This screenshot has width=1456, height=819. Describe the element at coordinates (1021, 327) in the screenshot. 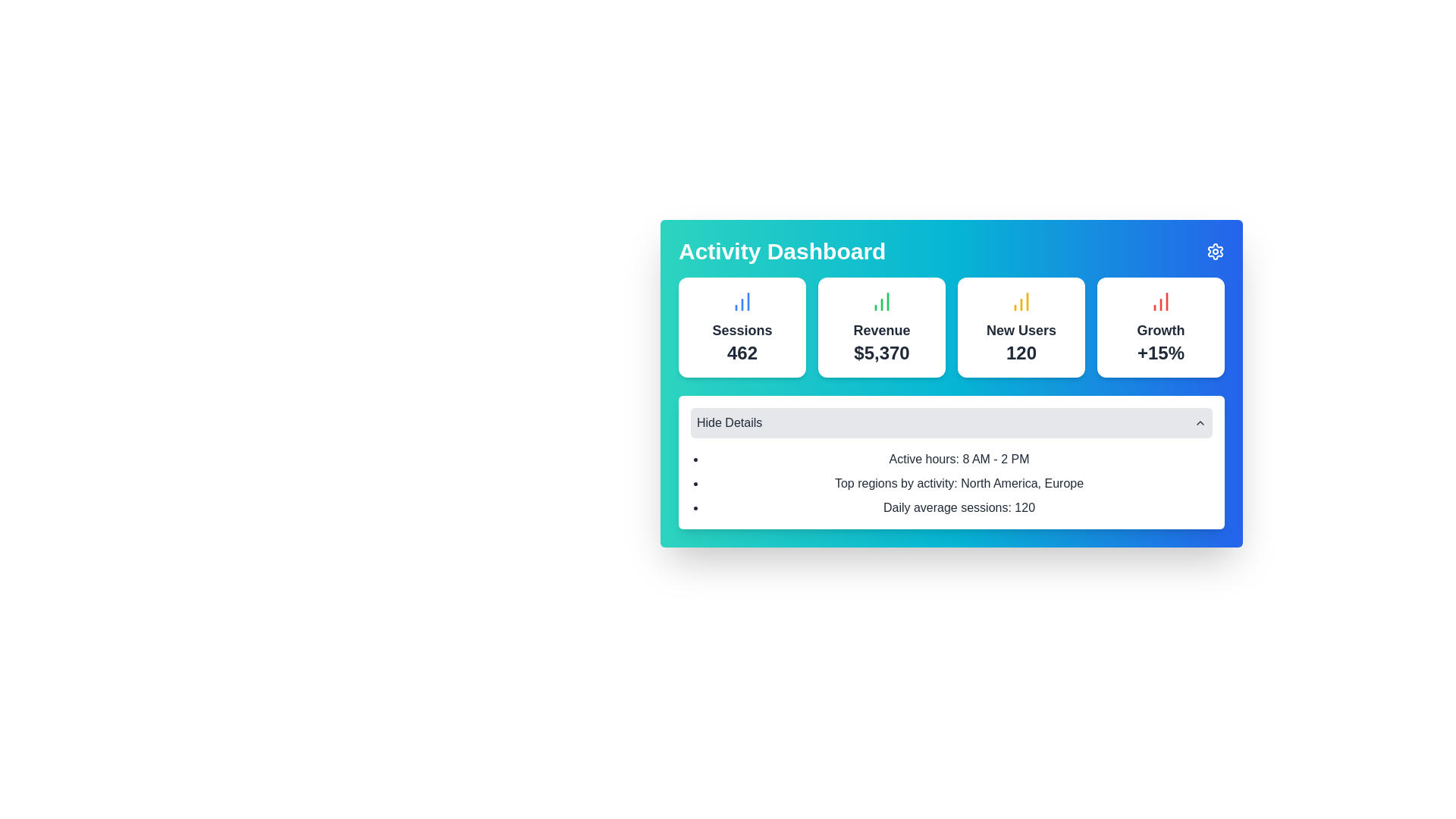

I see `the 'New Users' static information card which displays the text in bold and a large number, located in the Activity Dashboard grid layout` at that location.